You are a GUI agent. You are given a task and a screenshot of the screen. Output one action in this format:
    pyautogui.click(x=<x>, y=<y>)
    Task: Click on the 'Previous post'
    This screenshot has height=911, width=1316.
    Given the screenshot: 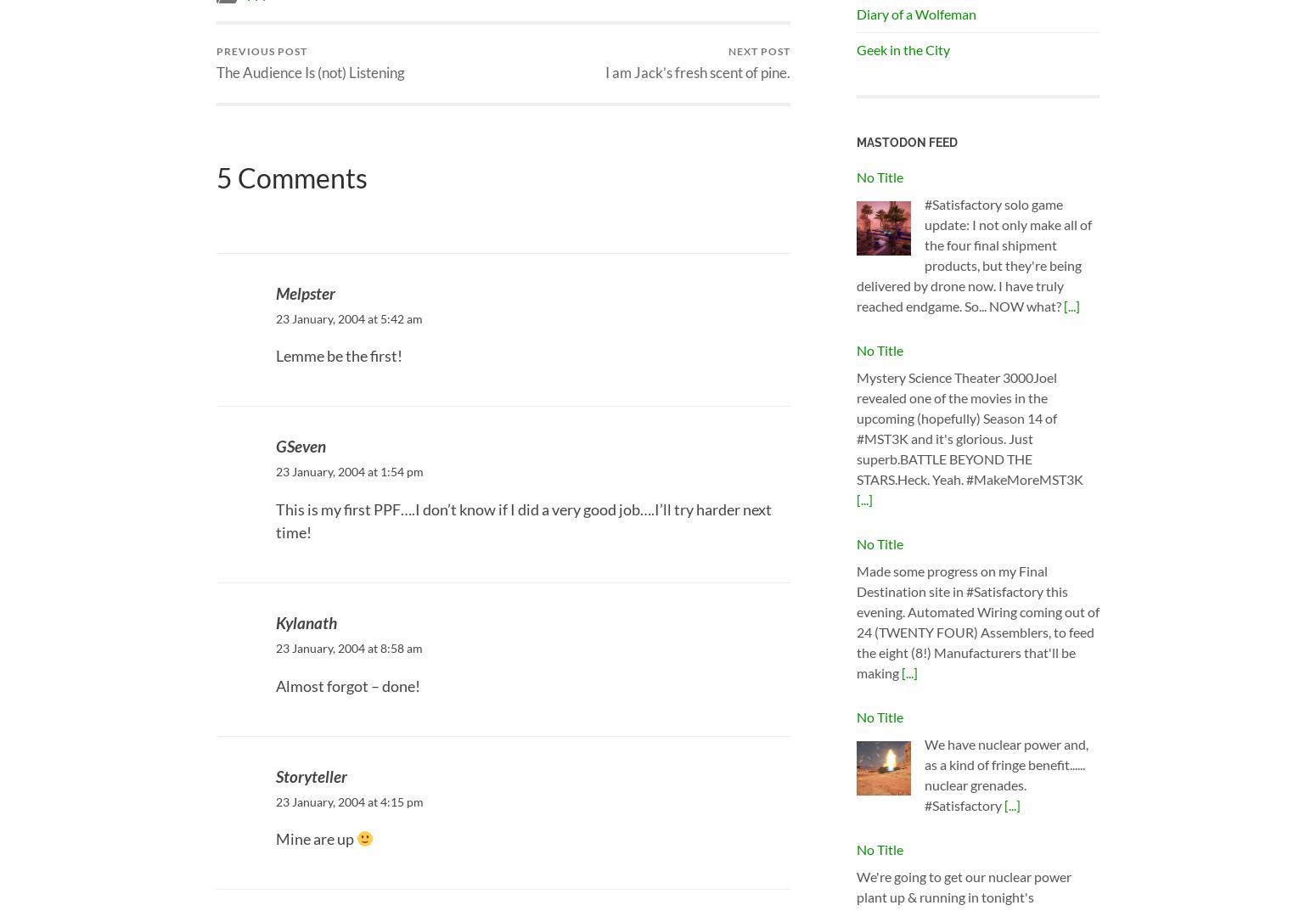 What is the action you would take?
    pyautogui.click(x=262, y=49)
    